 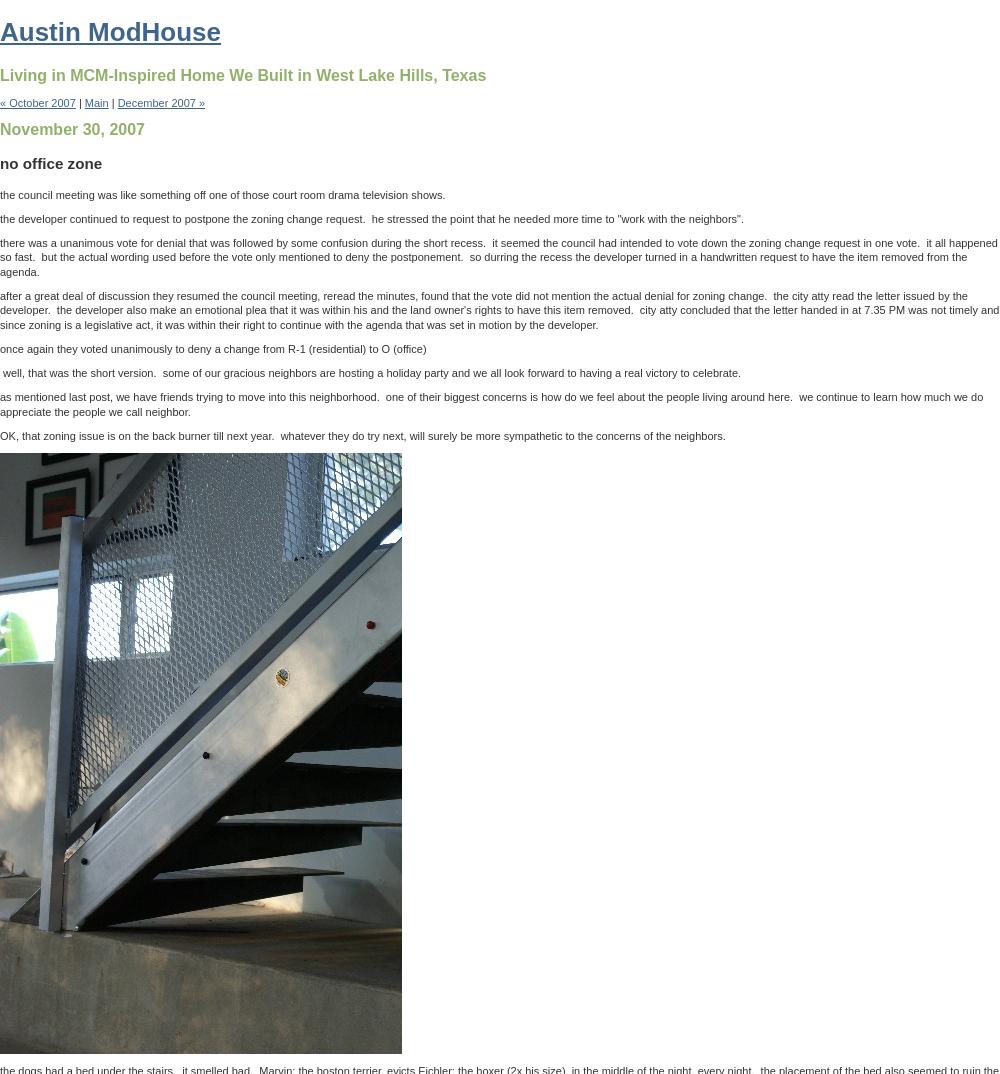 I want to click on '« October 2007', so click(x=0, y=102).